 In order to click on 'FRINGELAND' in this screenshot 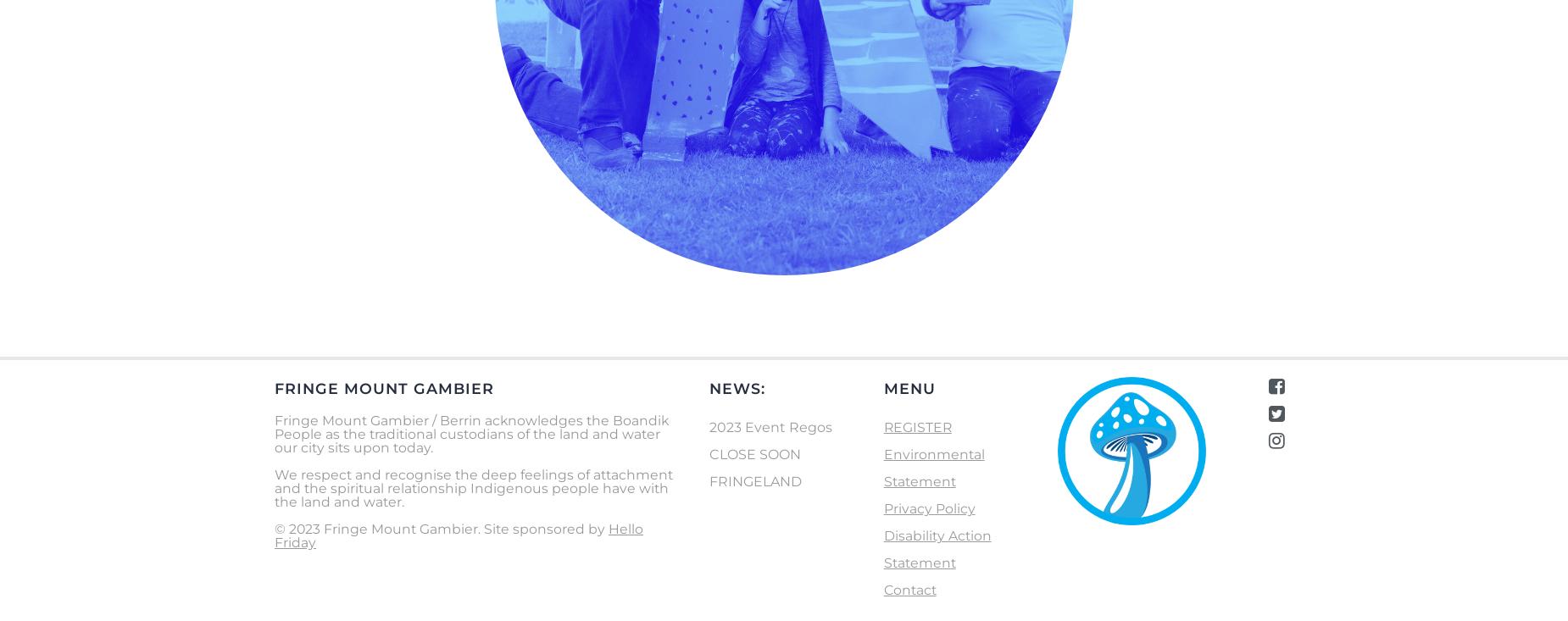, I will do `click(755, 480)`.